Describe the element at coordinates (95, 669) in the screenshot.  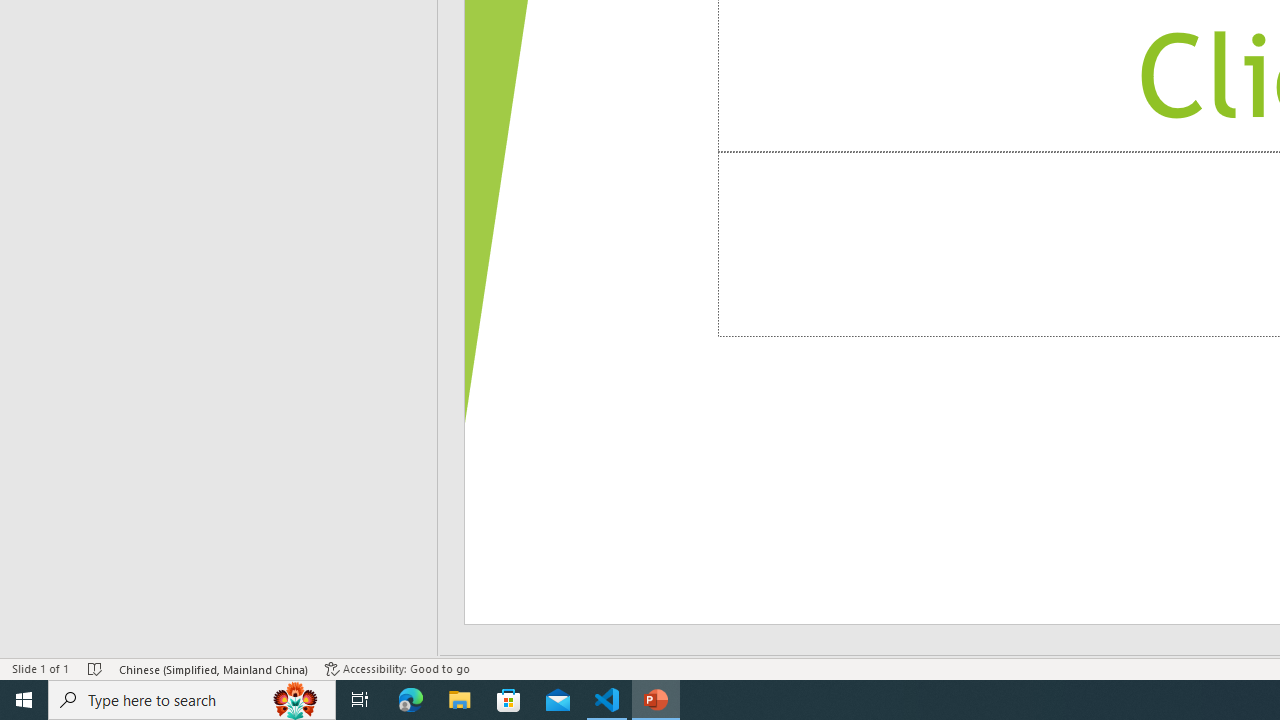
I see `'Spell Check No Errors'` at that location.